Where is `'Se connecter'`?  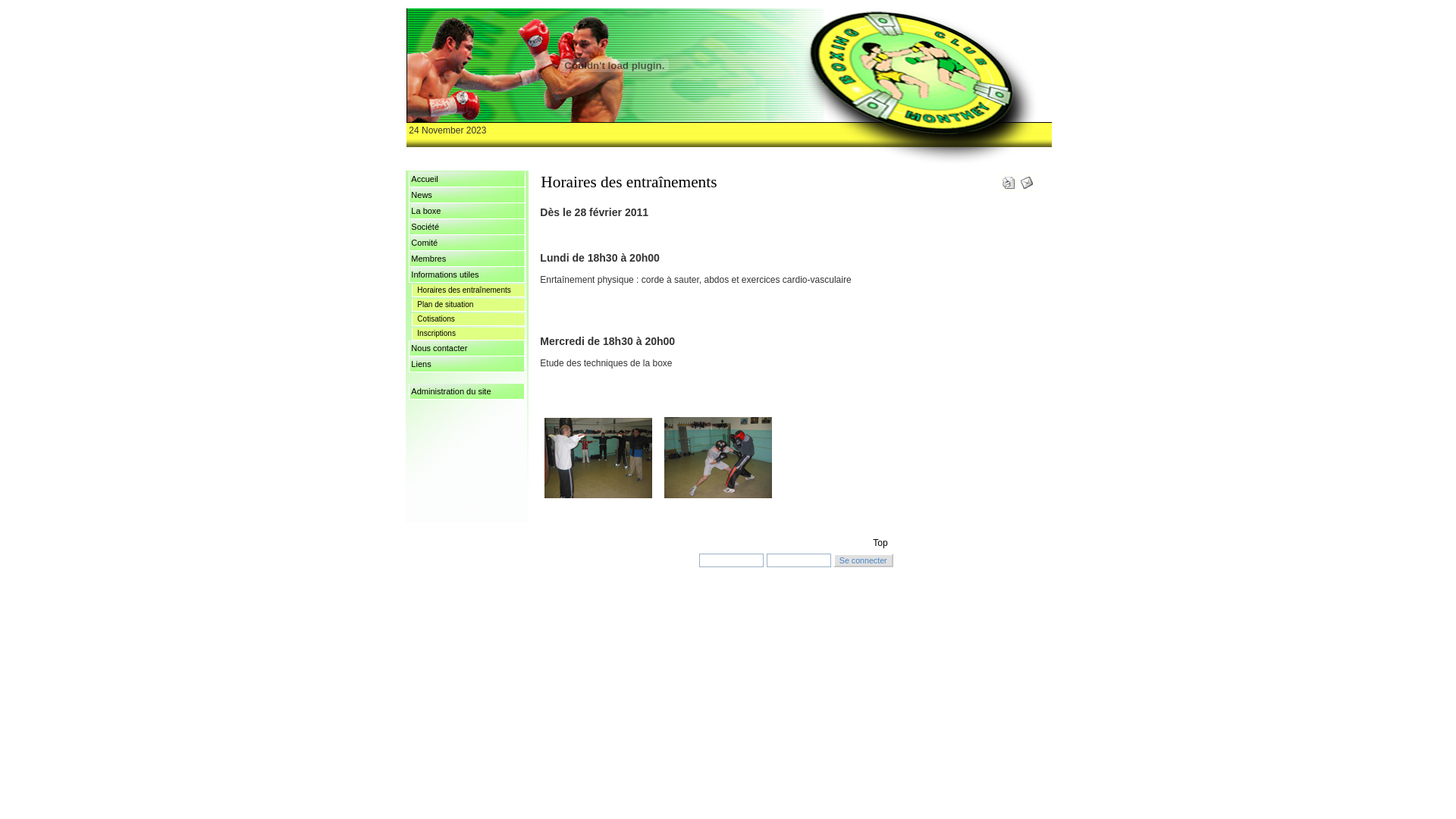 'Se connecter' is located at coordinates (863, 560).